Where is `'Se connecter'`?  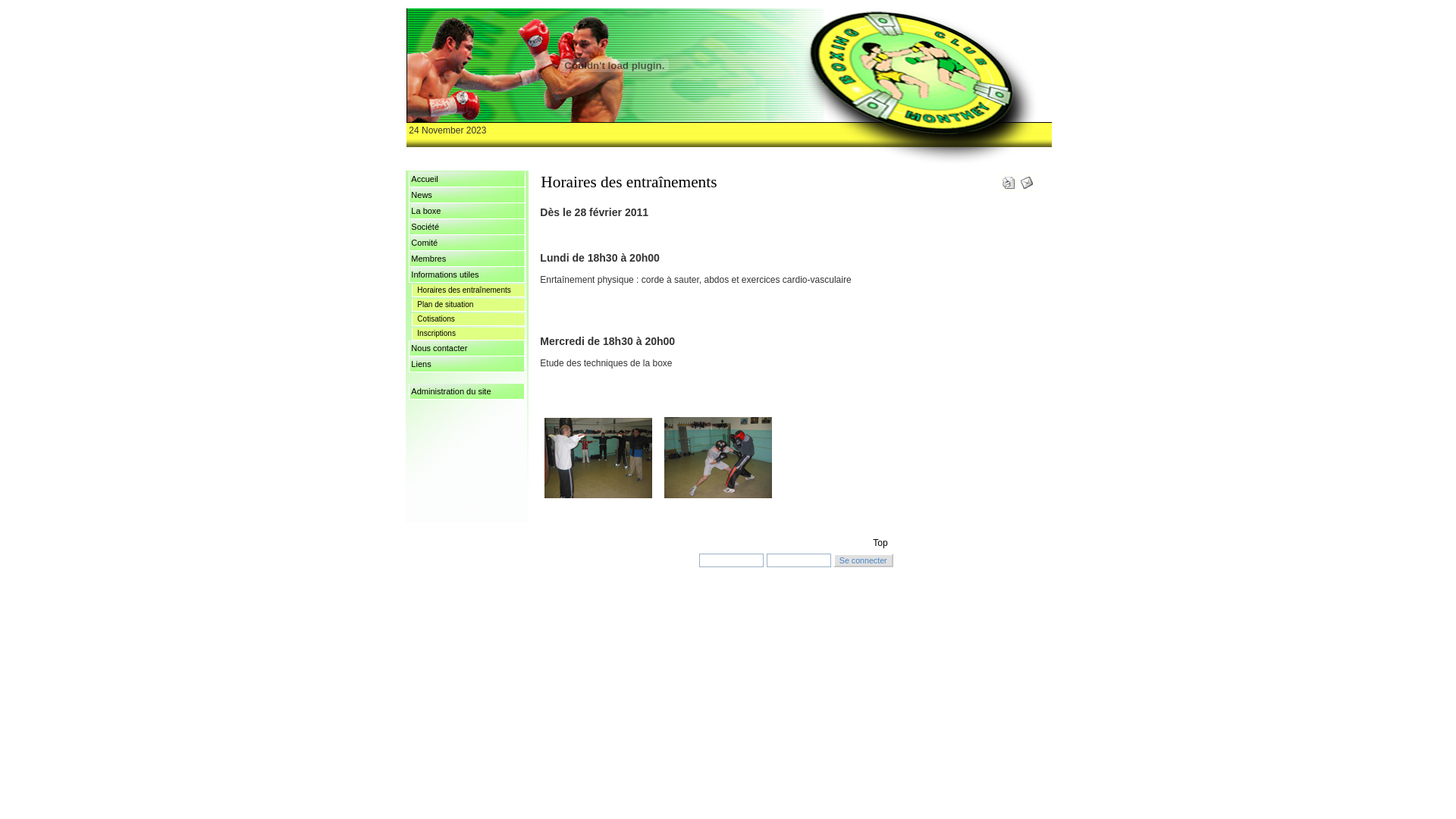 'Se connecter' is located at coordinates (863, 560).